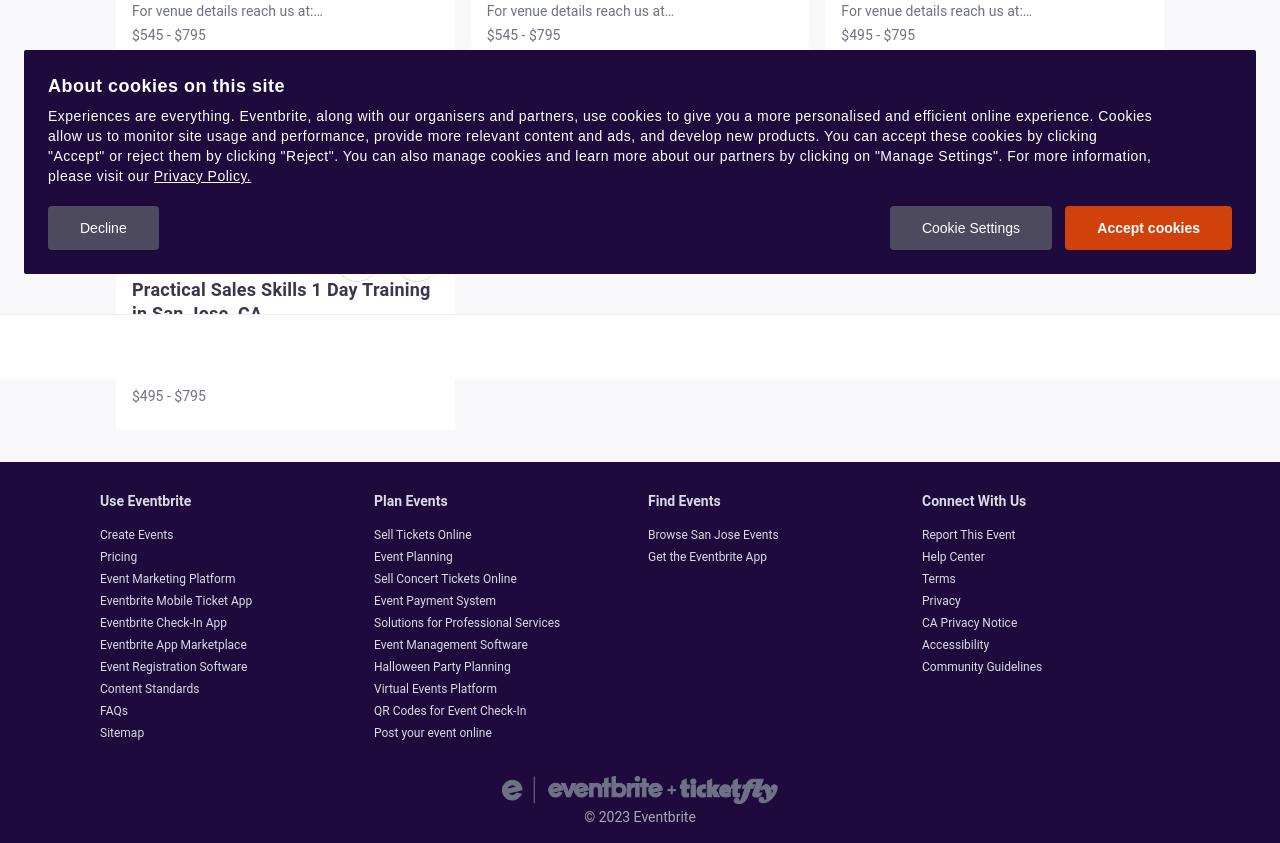 The height and width of the screenshot is (843, 1280). Describe the element at coordinates (112, 710) in the screenshot. I see `'FAQs'` at that location.